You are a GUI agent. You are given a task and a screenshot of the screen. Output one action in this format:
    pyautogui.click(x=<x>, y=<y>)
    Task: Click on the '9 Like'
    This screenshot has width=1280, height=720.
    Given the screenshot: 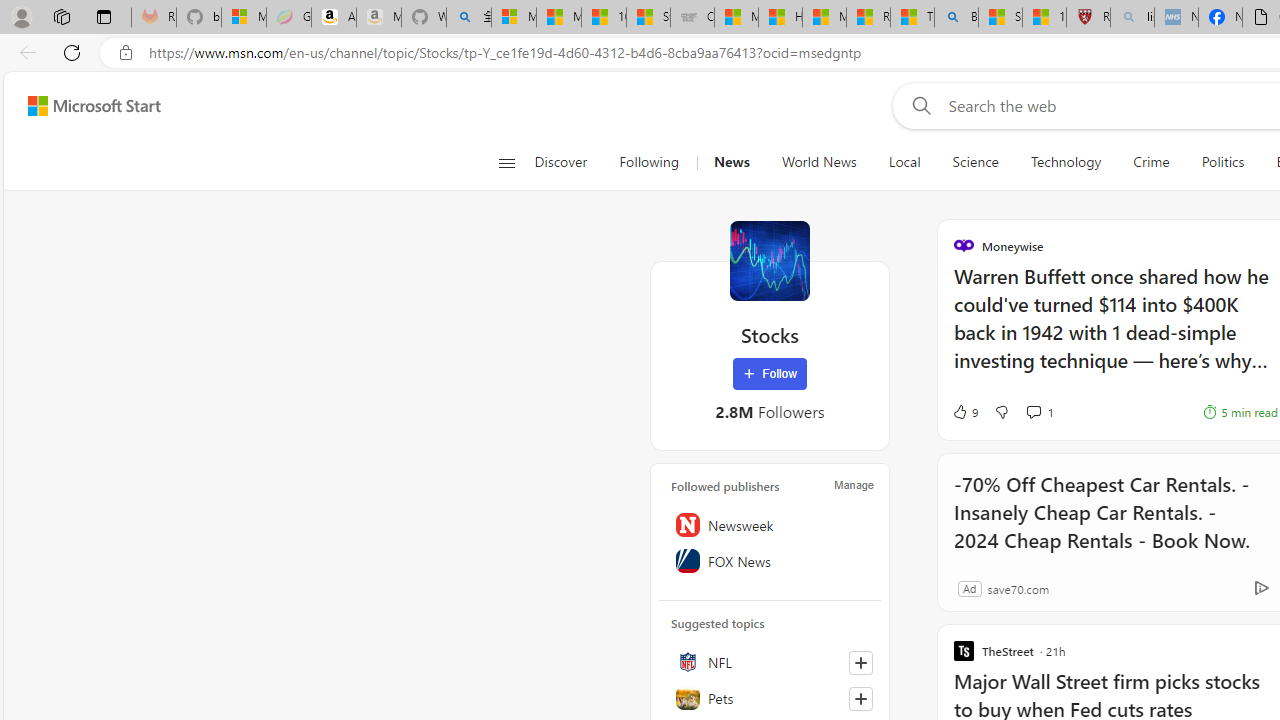 What is the action you would take?
    pyautogui.click(x=964, y=411)
    